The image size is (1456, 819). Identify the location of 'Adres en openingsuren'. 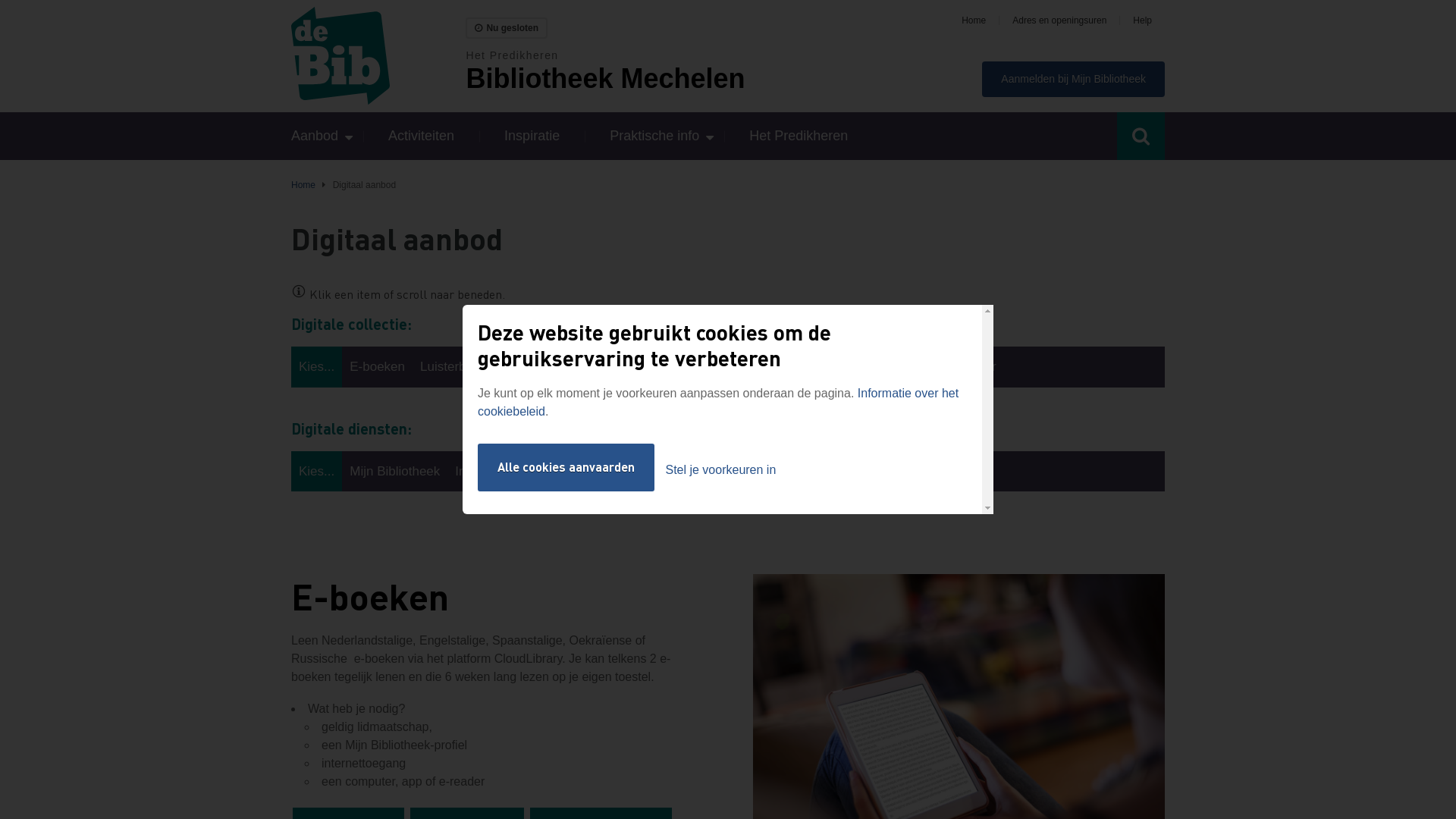
(1058, 20).